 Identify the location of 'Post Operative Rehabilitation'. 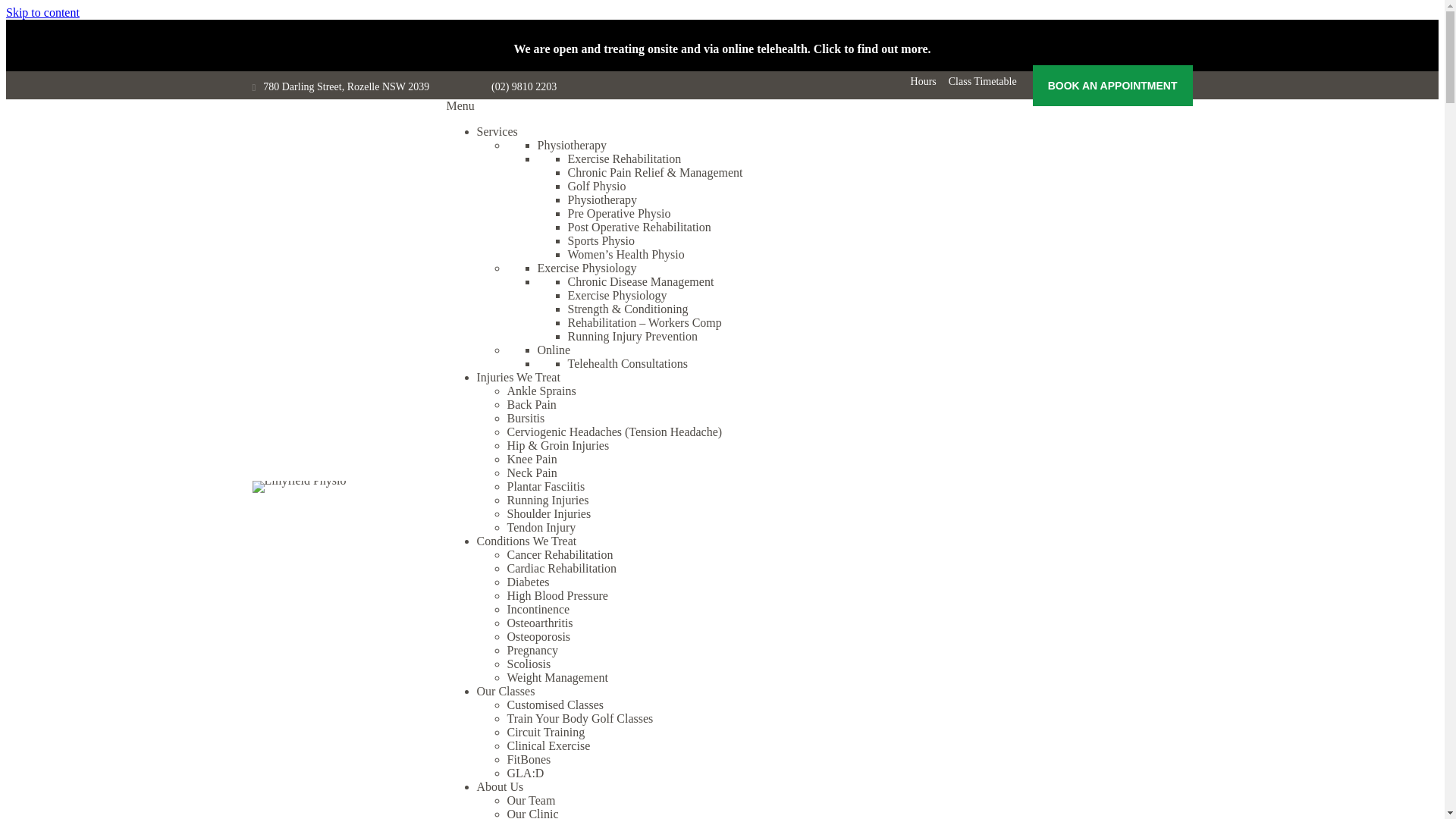
(639, 227).